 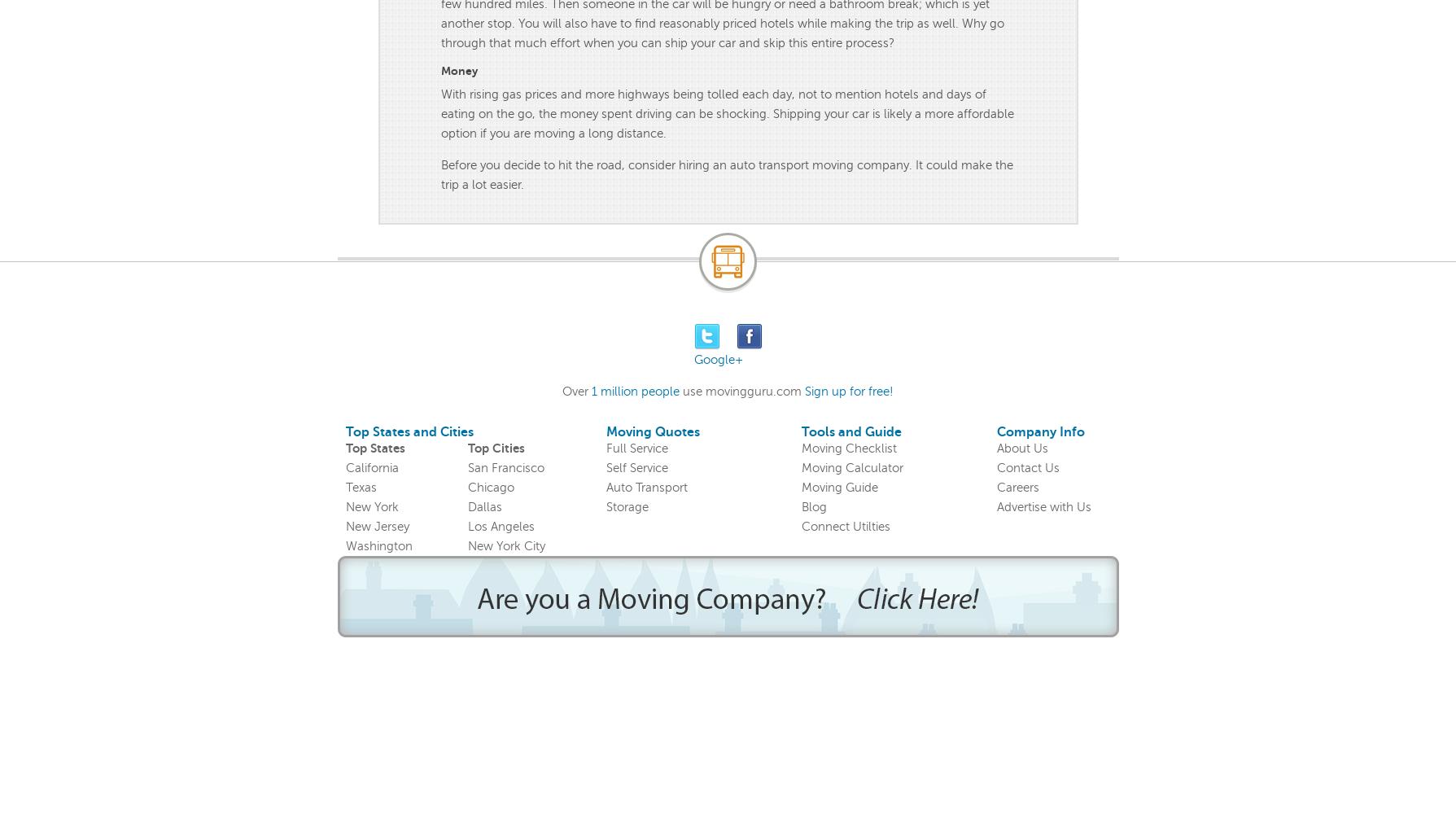 I want to click on 'Washington', so click(x=377, y=546).